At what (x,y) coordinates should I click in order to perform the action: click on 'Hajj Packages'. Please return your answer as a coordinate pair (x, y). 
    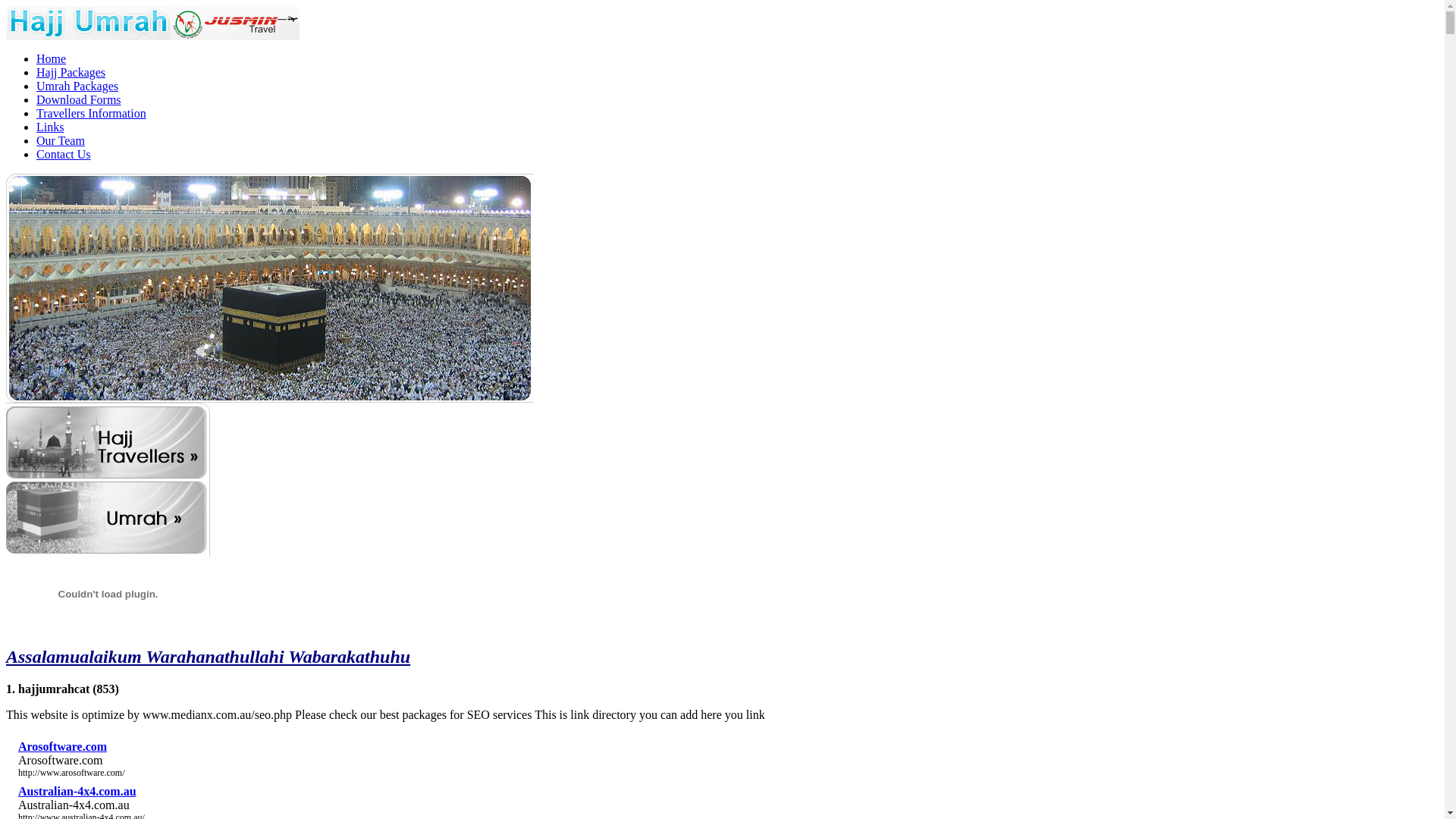
    Looking at the image, I should click on (36, 72).